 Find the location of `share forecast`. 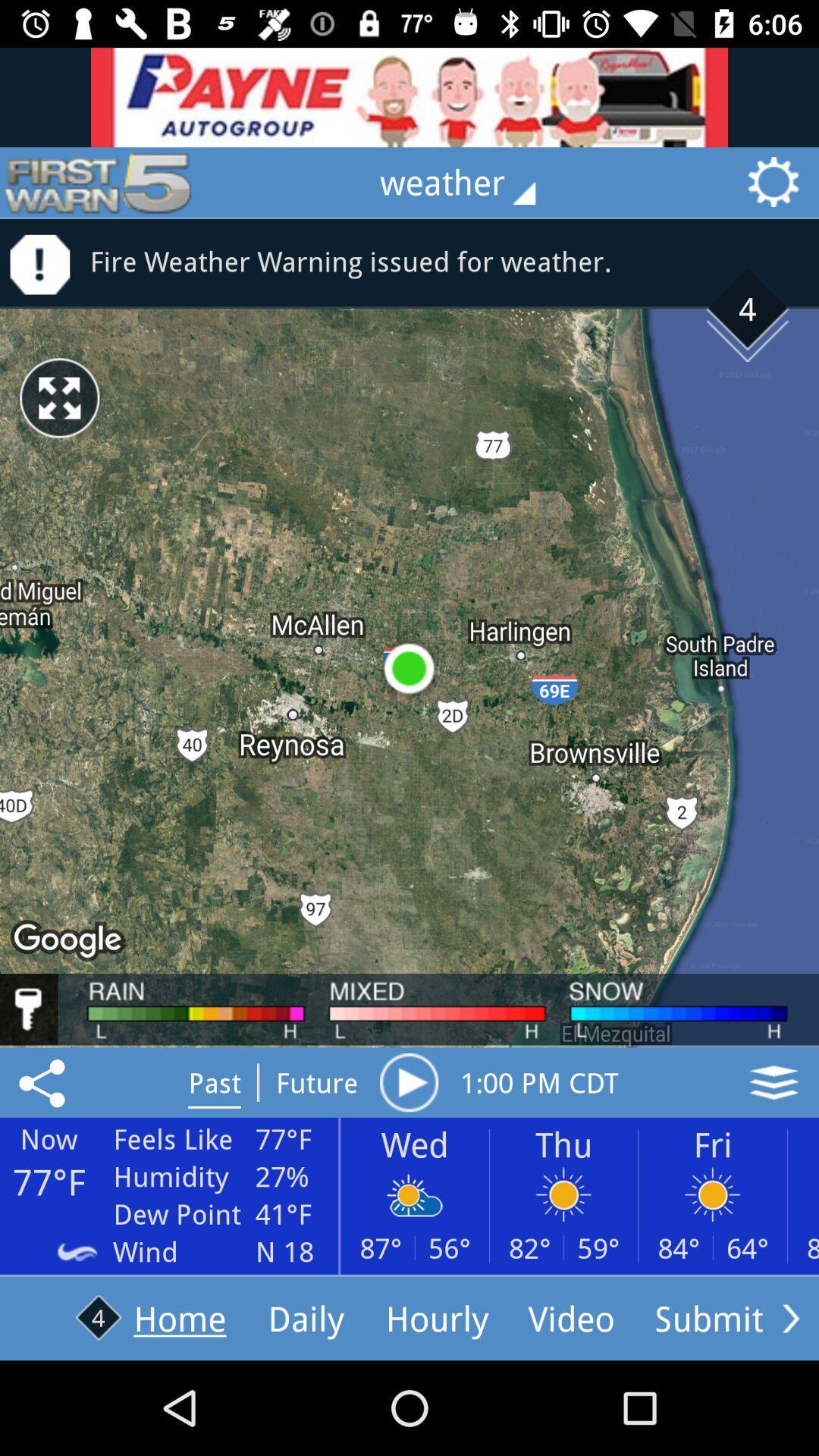

share forecast is located at coordinates (44, 1081).